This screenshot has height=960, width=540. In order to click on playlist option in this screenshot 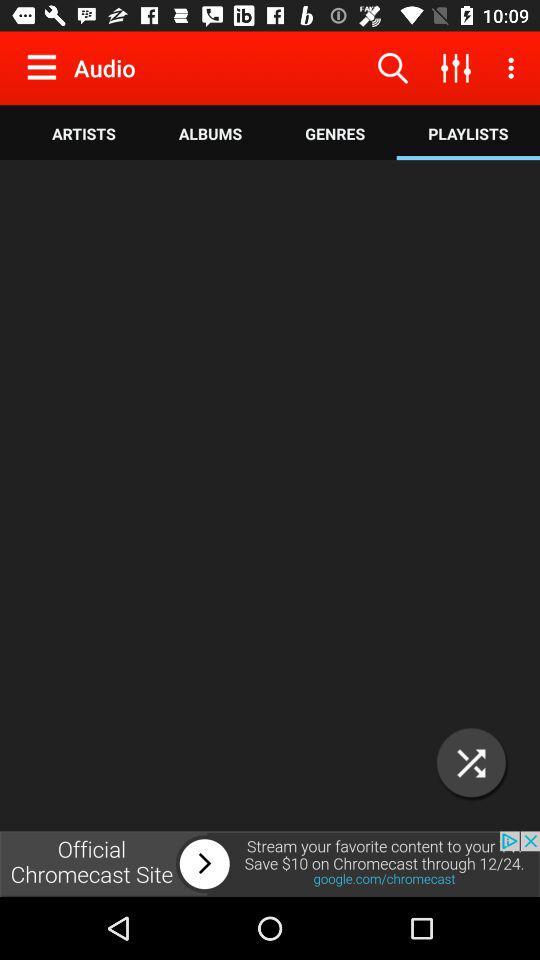, I will do `click(471, 762)`.